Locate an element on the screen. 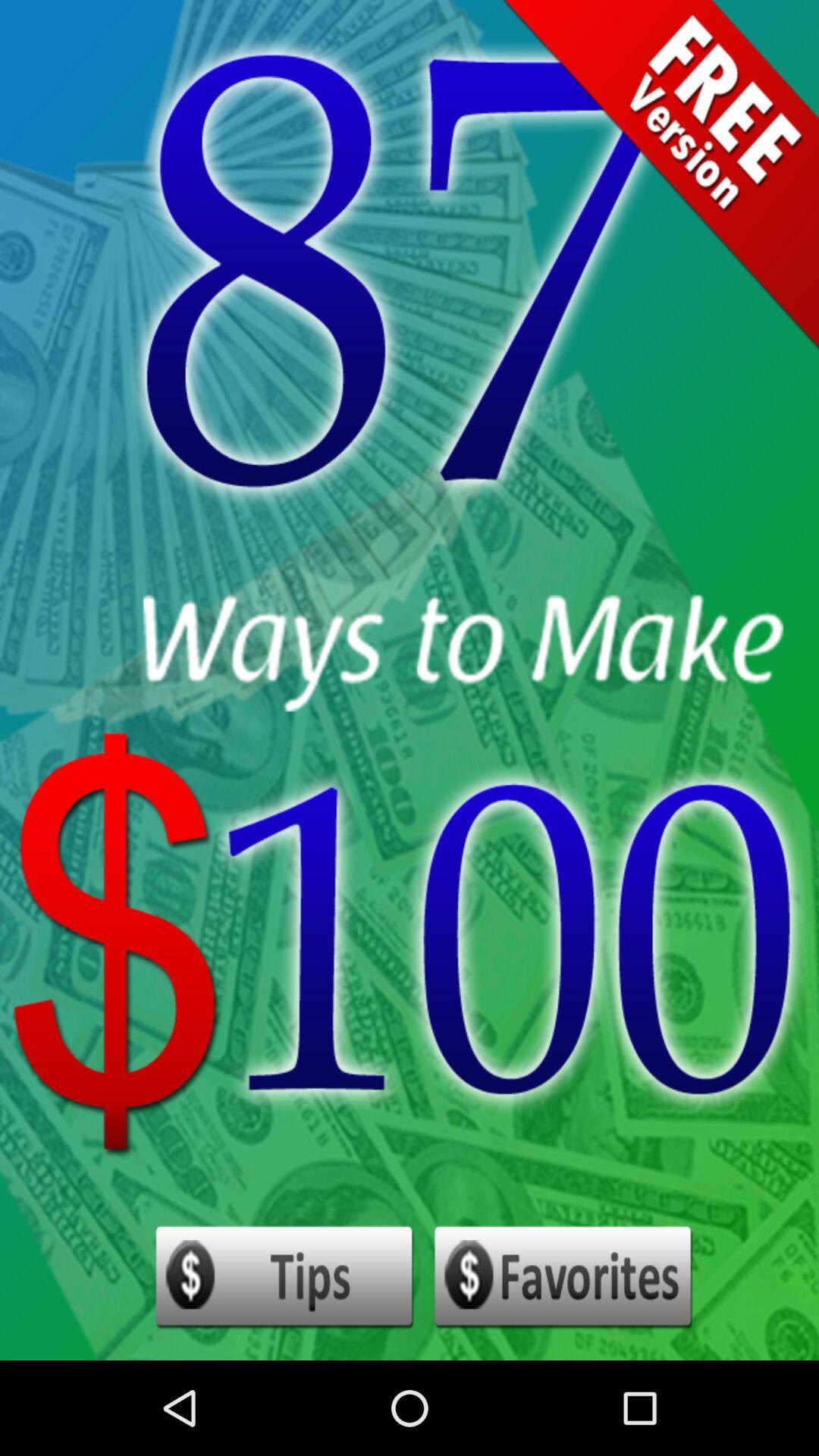 The width and height of the screenshot is (819, 1456). set as favorites is located at coordinates (563, 1277).